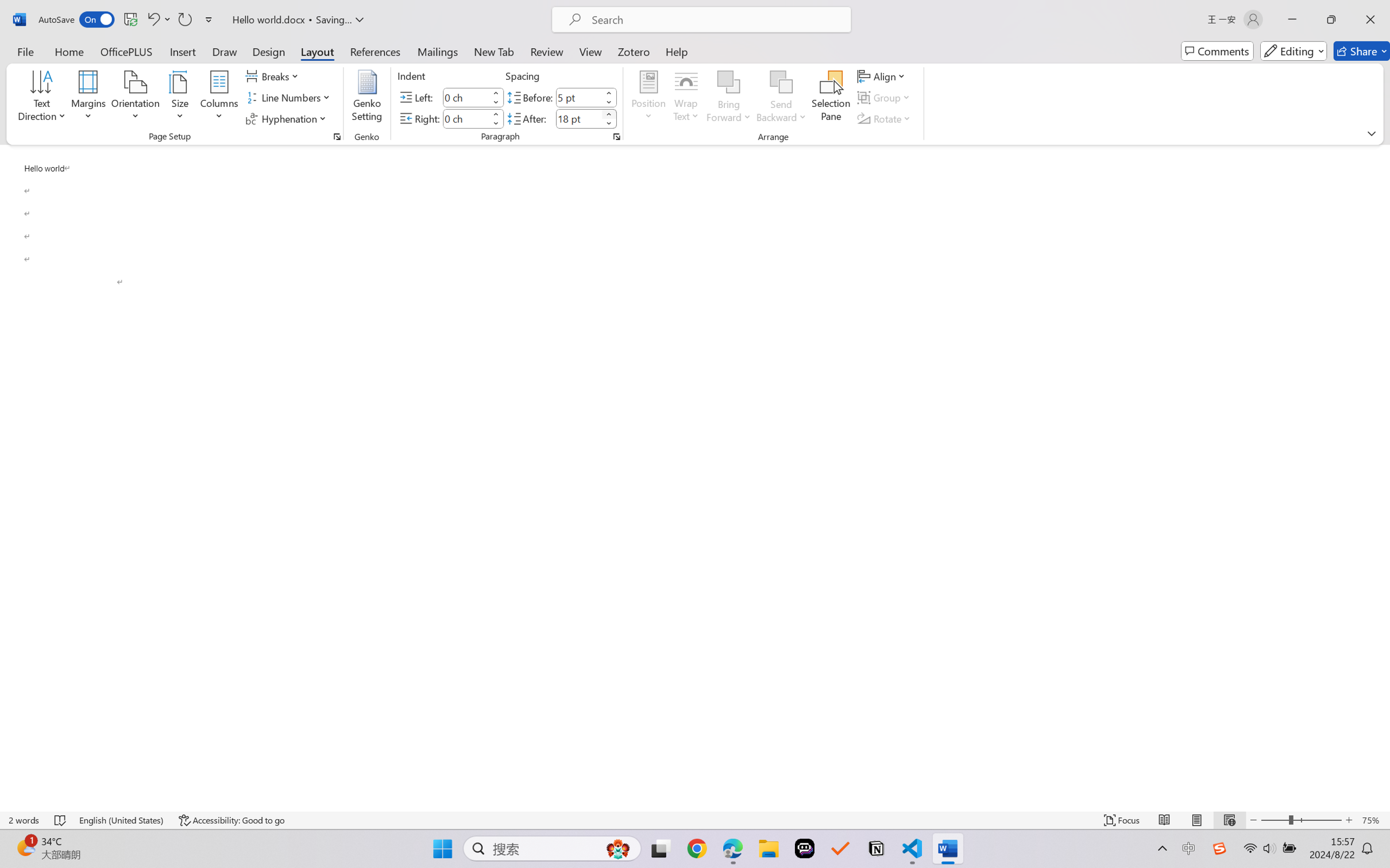 The image size is (1390, 868). Describe the element at coordinates (231, 820) in the screenshot. I see `'Accessibility Checker Accessibility: Good to go'` at that location.